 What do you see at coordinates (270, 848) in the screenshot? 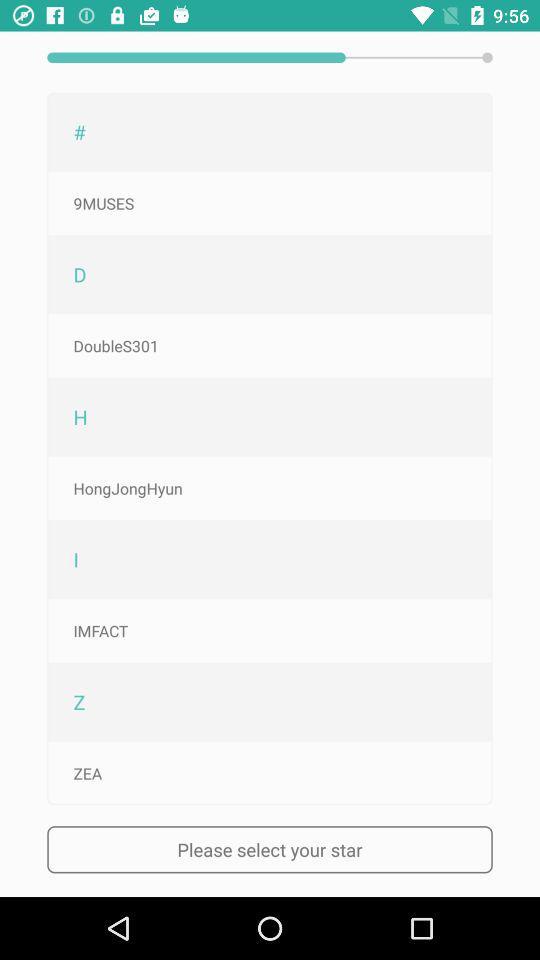
I see `please select your item` at bounding box center [270, 848].